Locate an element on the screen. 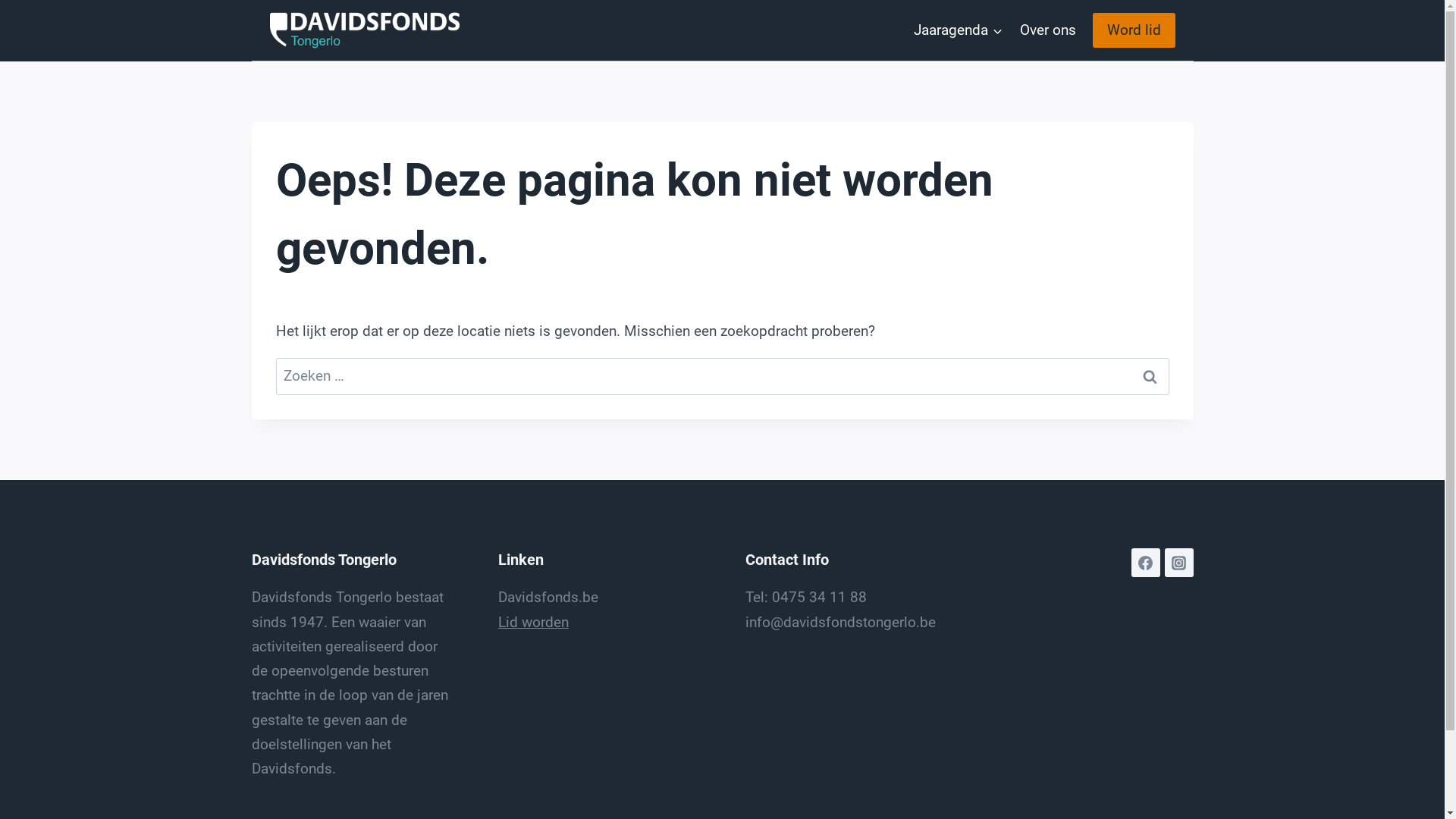 This screenshot has height=819, width=1456. 'Lid worden' is located at coordinates (533, 622).